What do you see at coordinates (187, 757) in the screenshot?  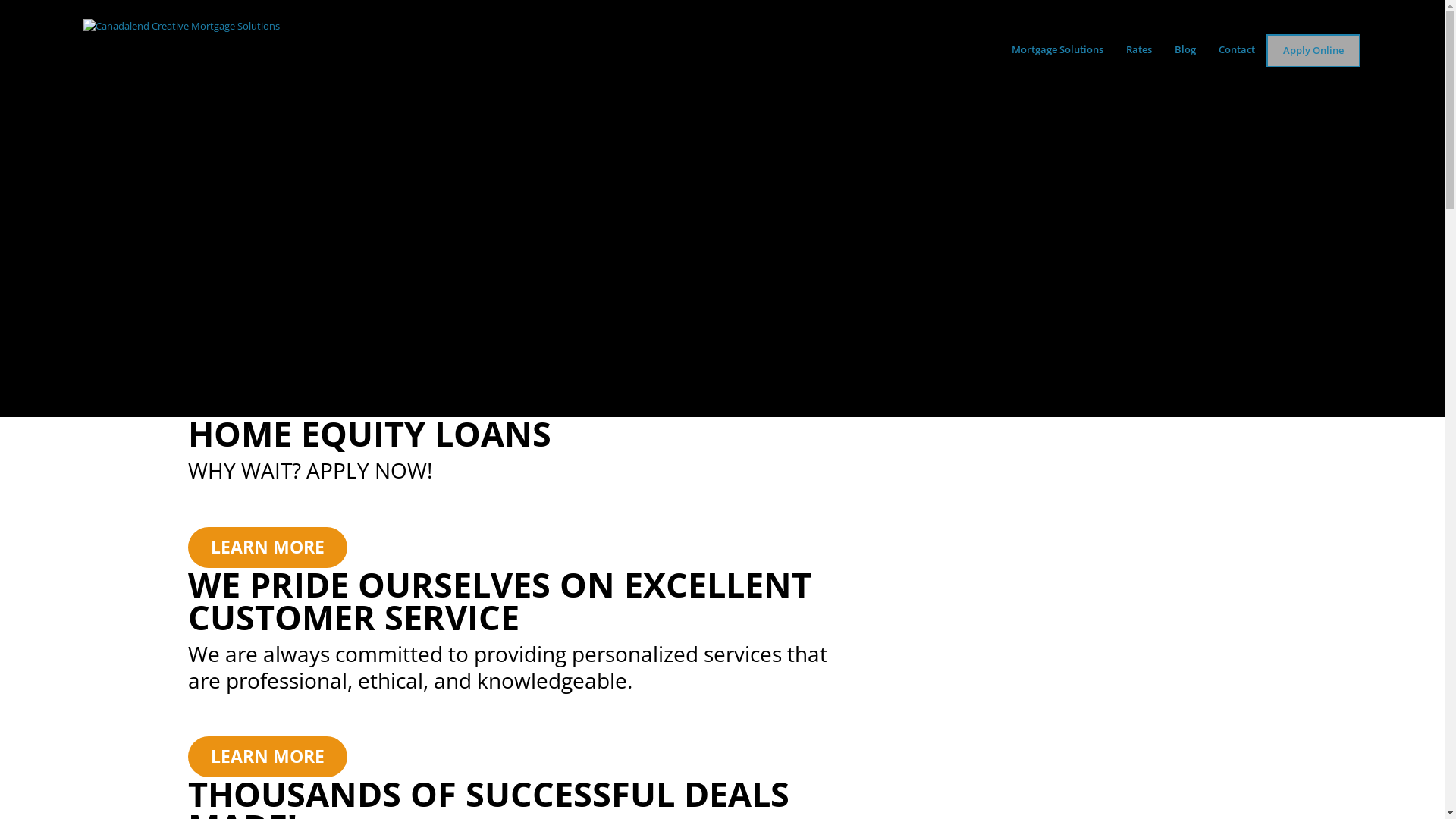 I see `'LEARN MORE'` at bounding box center [187, 757].